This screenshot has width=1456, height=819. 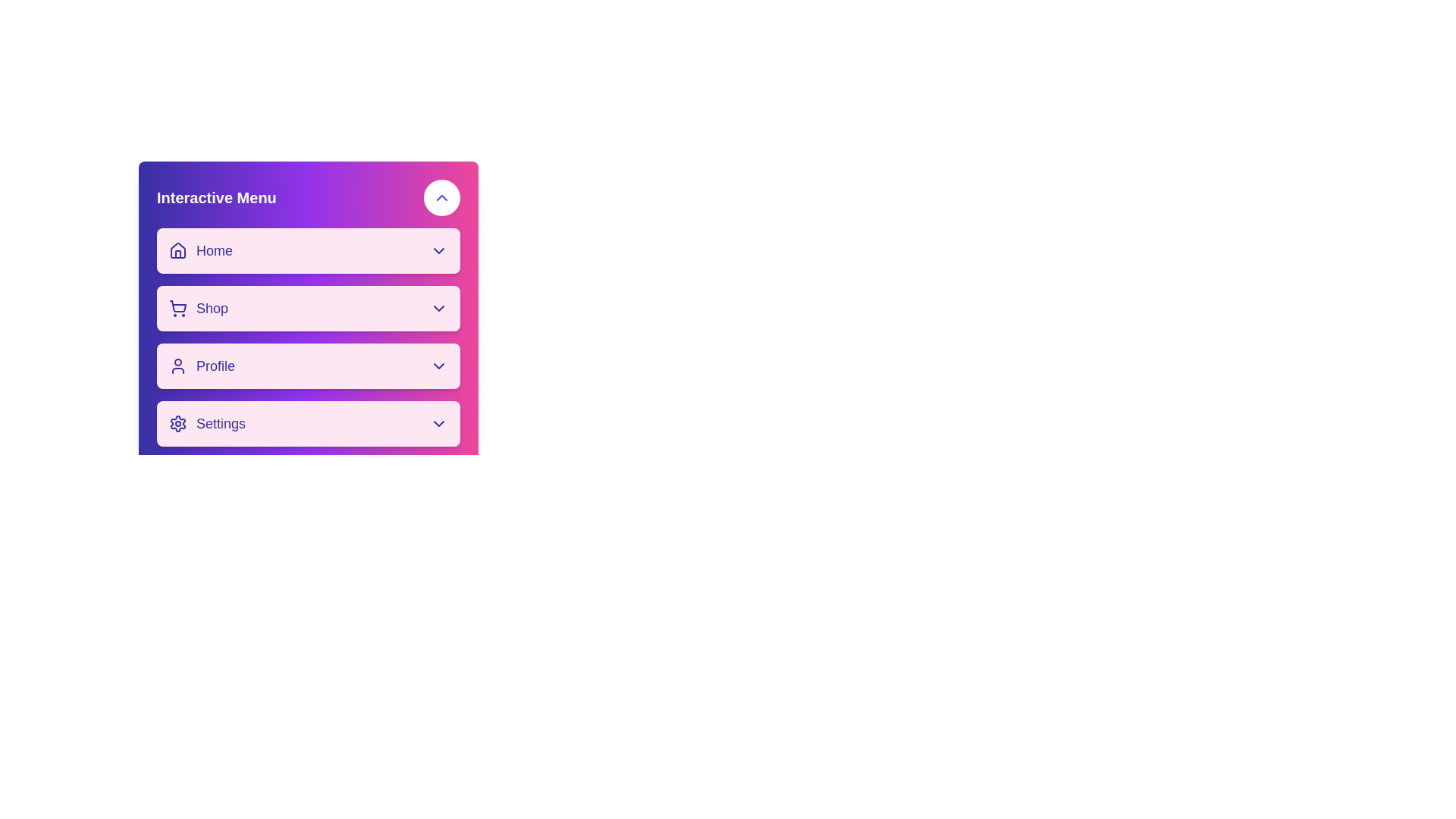 What do you see at coordinates (308, 250) in the screenshot?
I see `the first clickable menu item labeled 'Home' in the Interactive Menu` at bounding box center [308, 250].